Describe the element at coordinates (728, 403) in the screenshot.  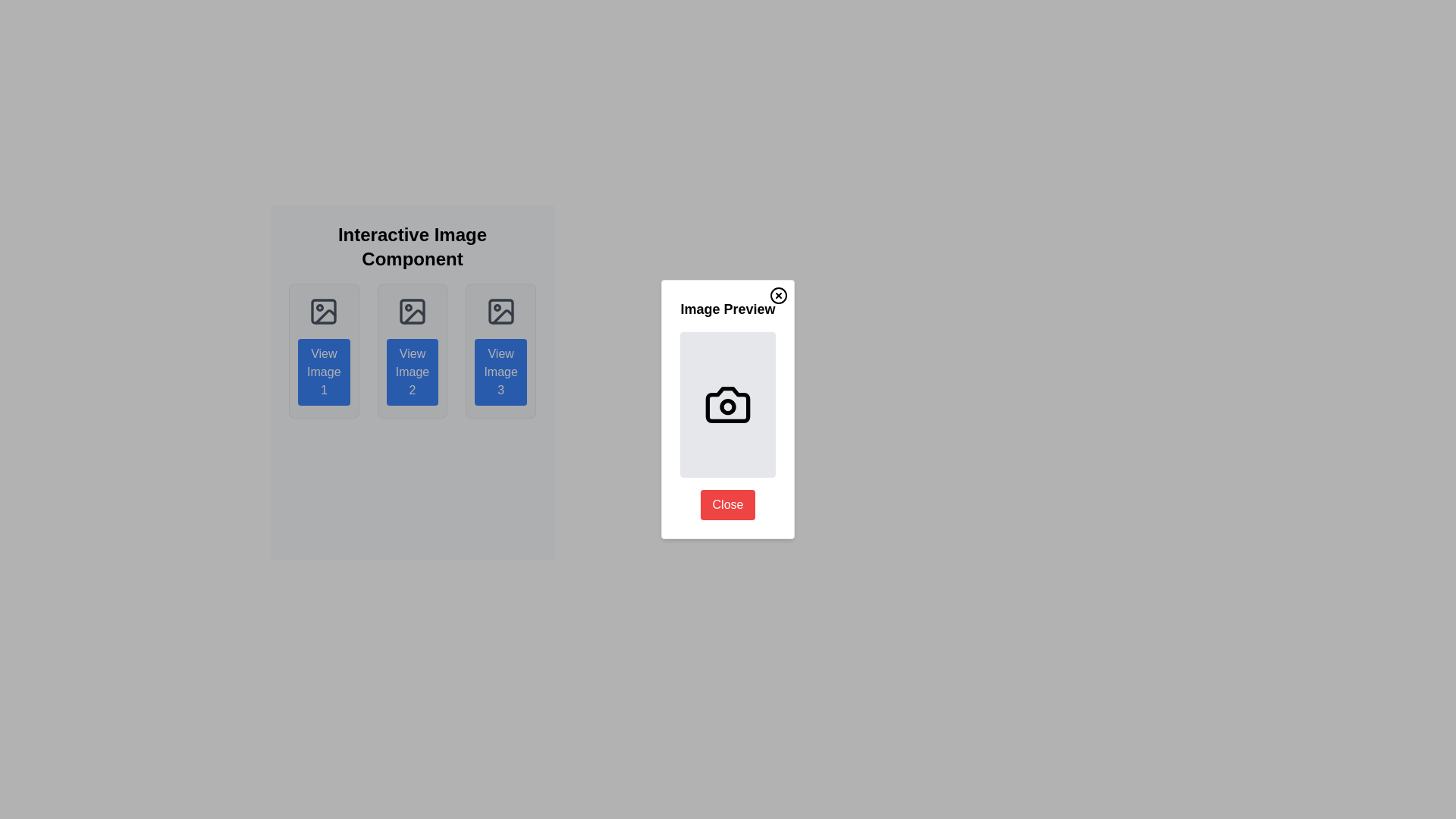
I see `the camera outline icon with a circular lens, which is the main visual element in the 'Image Preview' modal` at that location.